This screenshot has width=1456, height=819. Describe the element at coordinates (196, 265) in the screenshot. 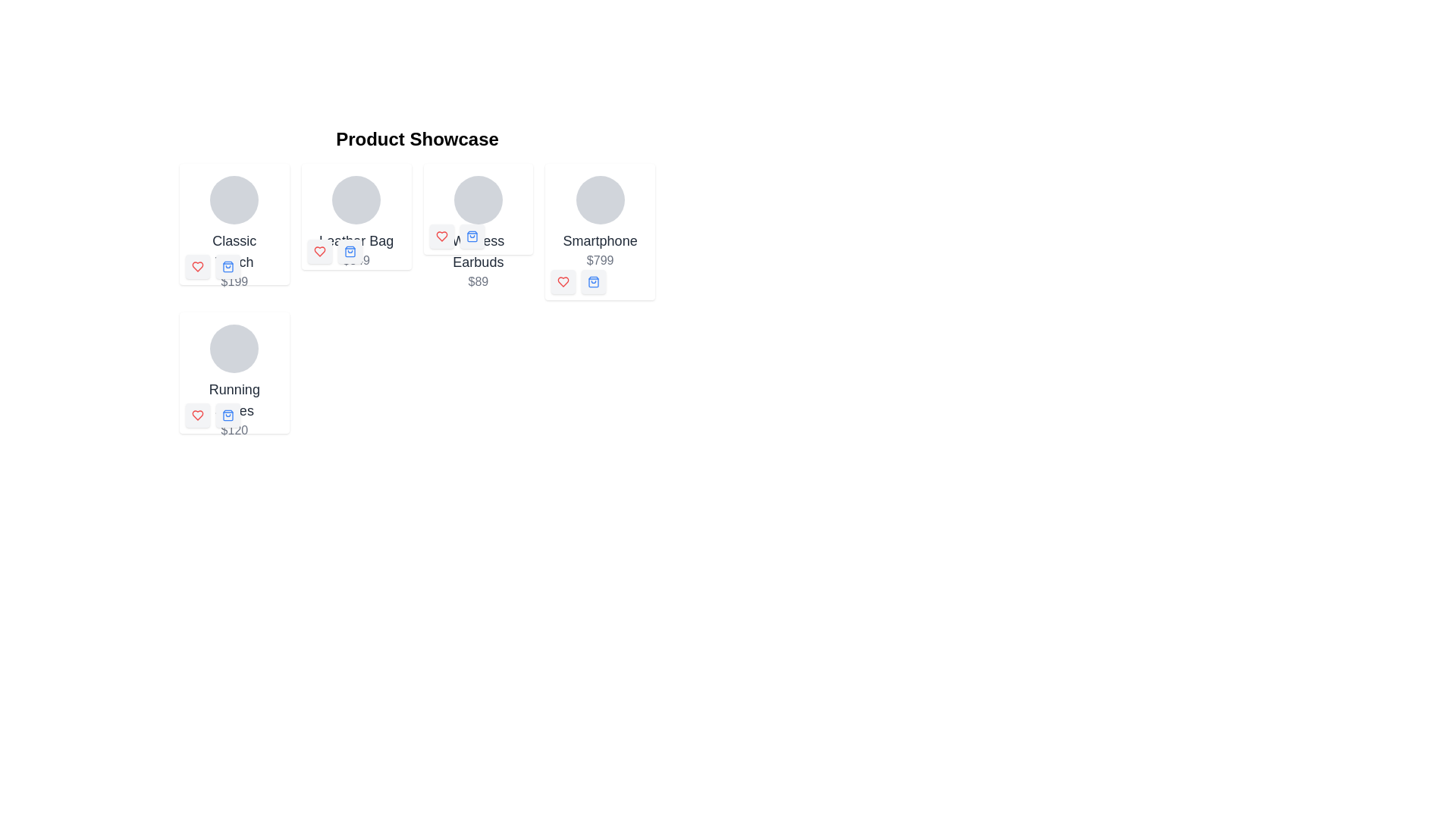

I see `the heart-shaped red icon in the 'Classic Watch' card, which is the first icon in the top row of the grid layout, positioned above the '$199' text` at that location.